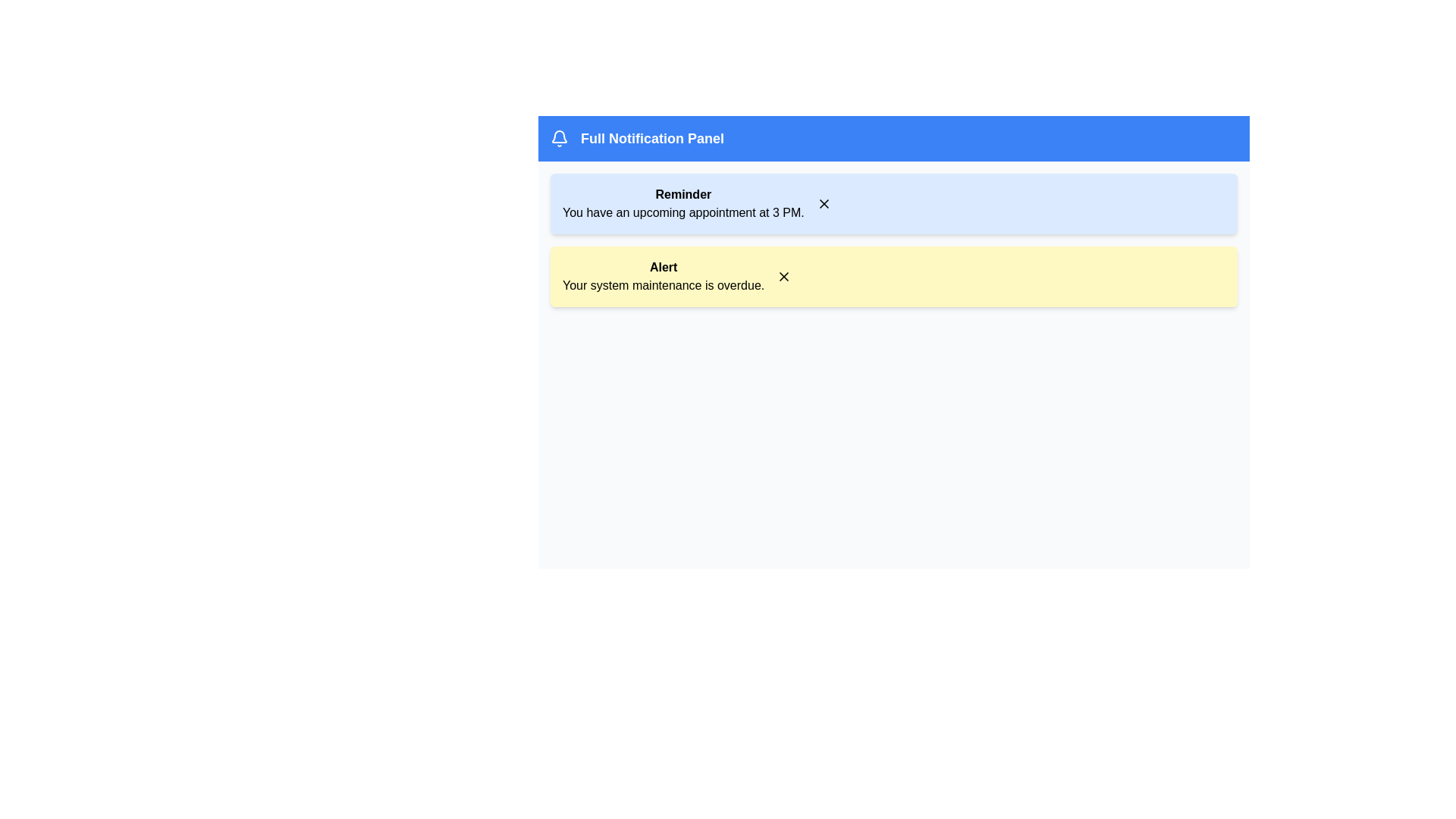 This screenshot has width=1456, height=819. I want to click on the SVG-based close icon, which is a minimalistic 'X' located at the top-right corner of the notification box labeled 'Alert', so click(784, 277).